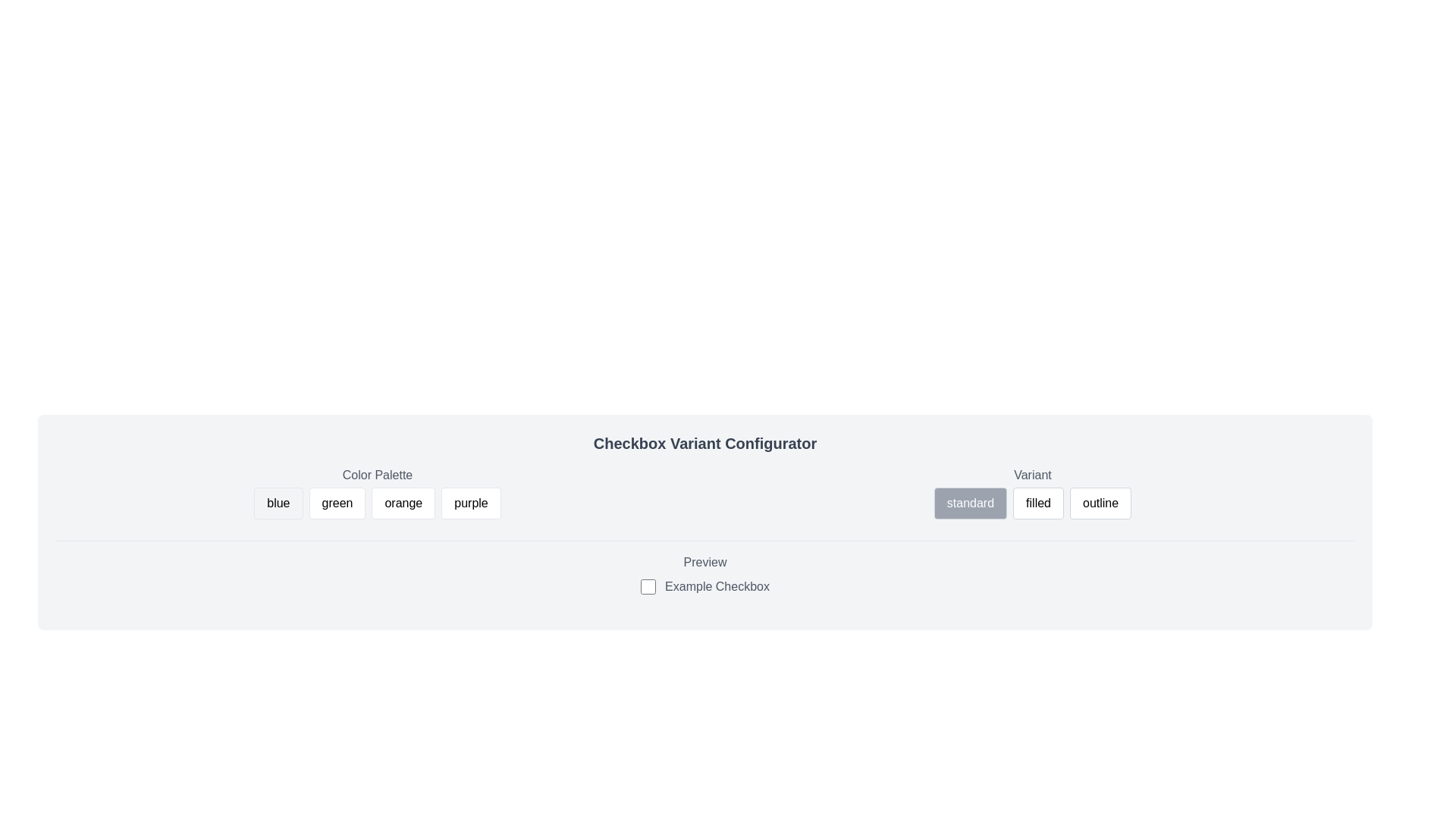 This screenshot has height=819, width=1456. Describe the element at coordinates (1037, 503) in the screenshot. I see `the second button under the 'Variant' category` at that location.